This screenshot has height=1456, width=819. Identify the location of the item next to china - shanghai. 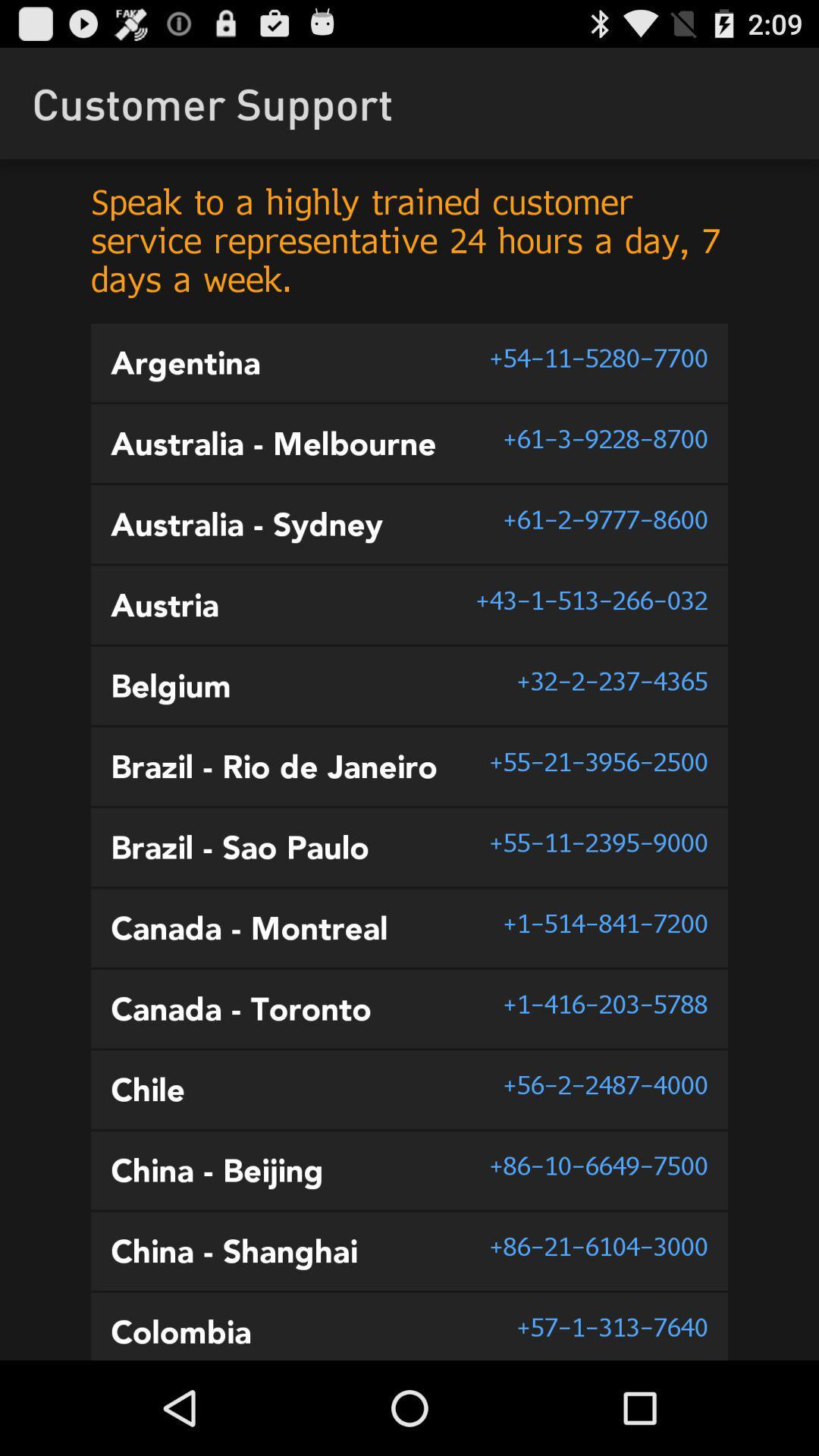
(598, 1246).